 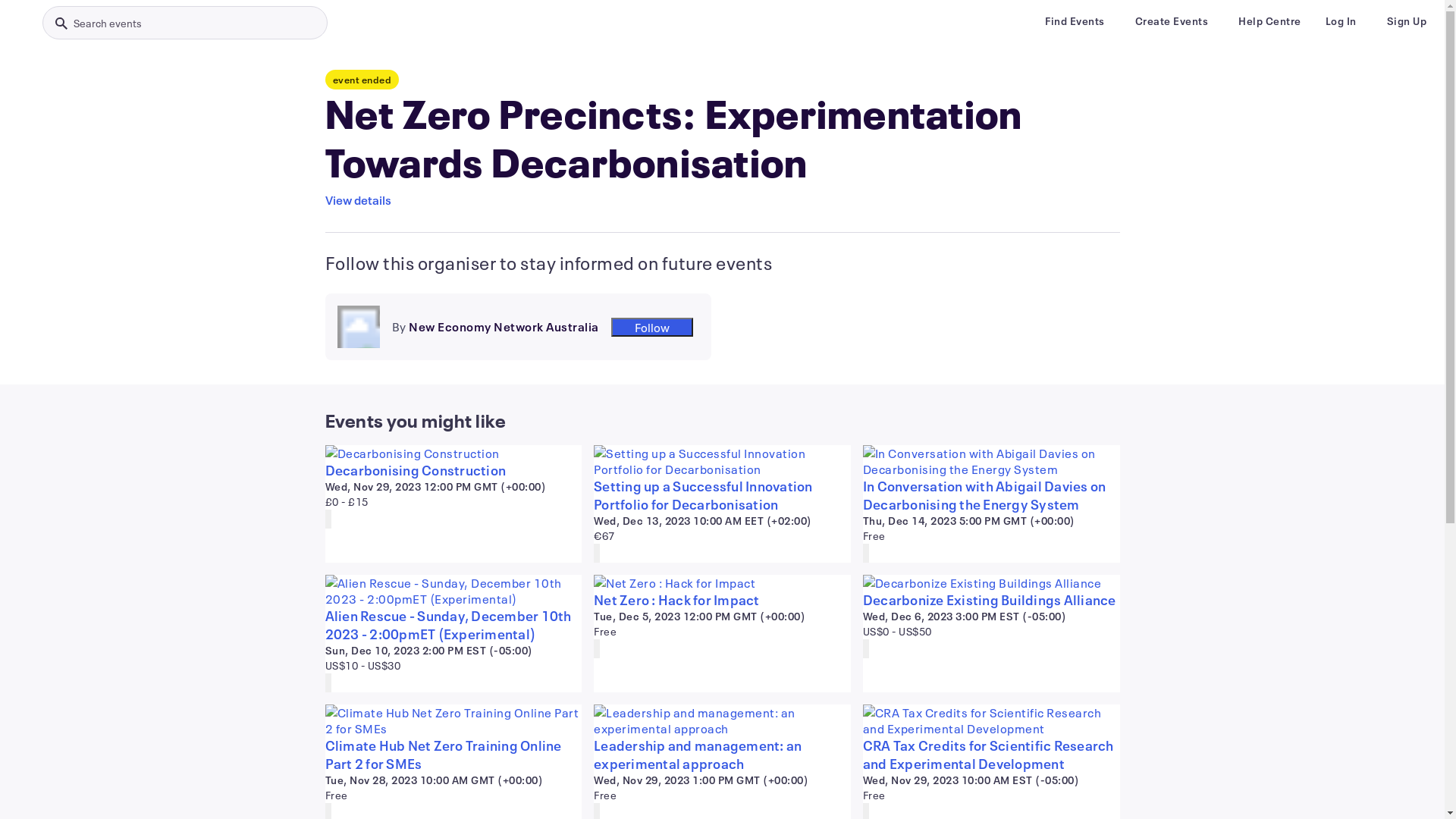 What do you see at coordinates (323, 469) in the screenshot?
I see `'Decarbonising Construction'` at bounding box center [323, 469].